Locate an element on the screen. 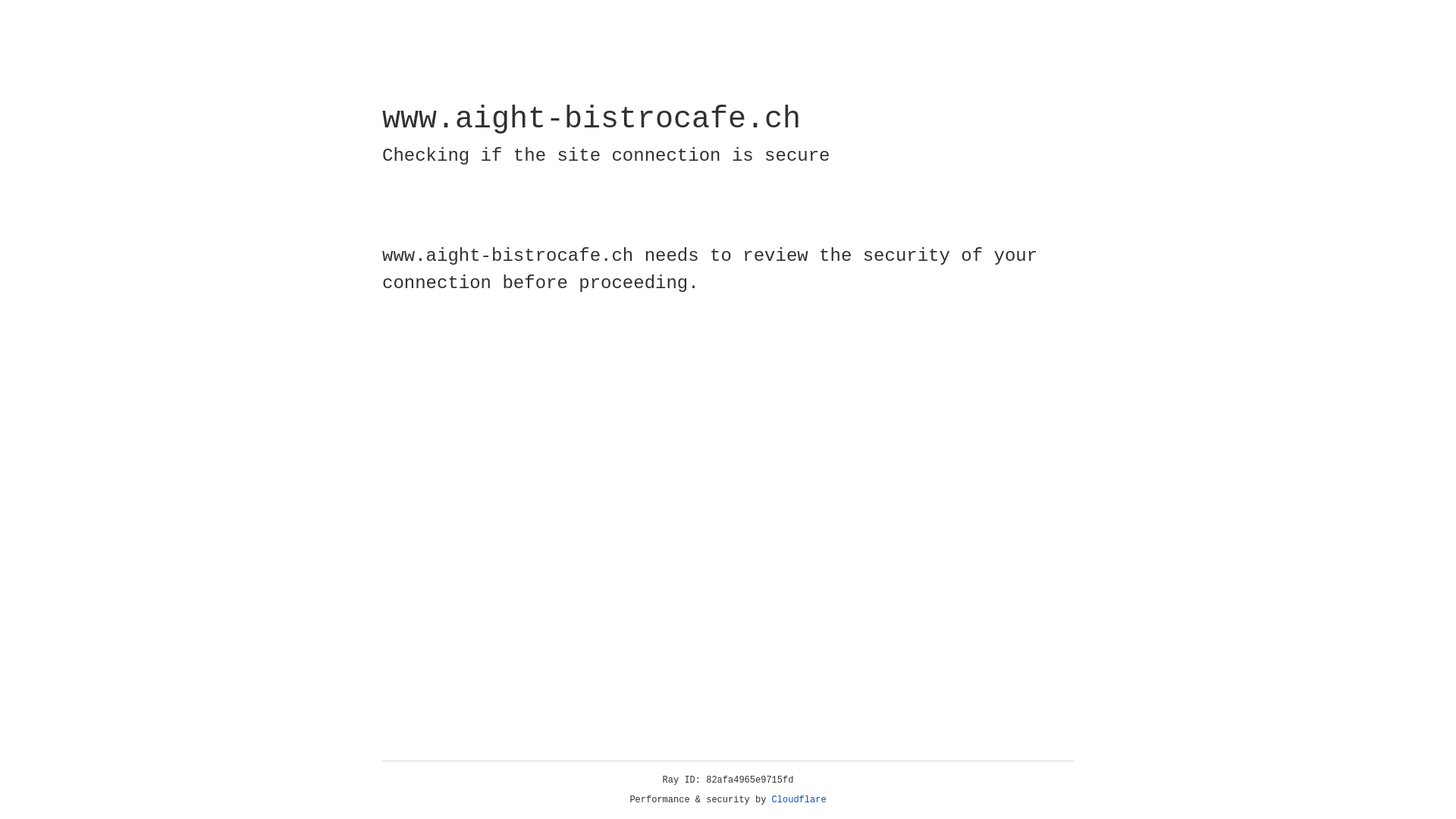 The image size is (1456, 819). 'Cloudflare' is located at coordinates (799, 799).